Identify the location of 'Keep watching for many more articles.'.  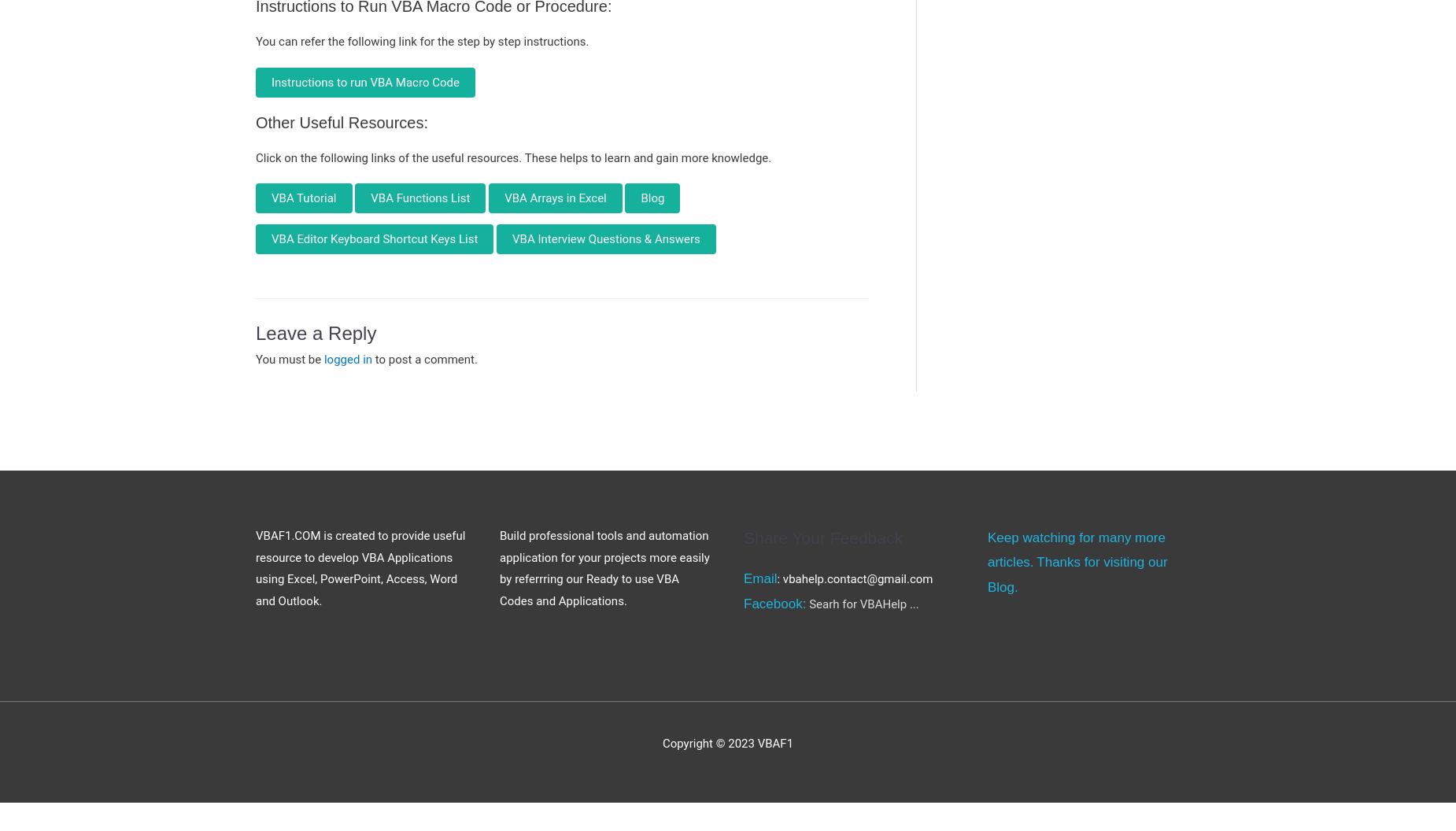
(1075, 549).